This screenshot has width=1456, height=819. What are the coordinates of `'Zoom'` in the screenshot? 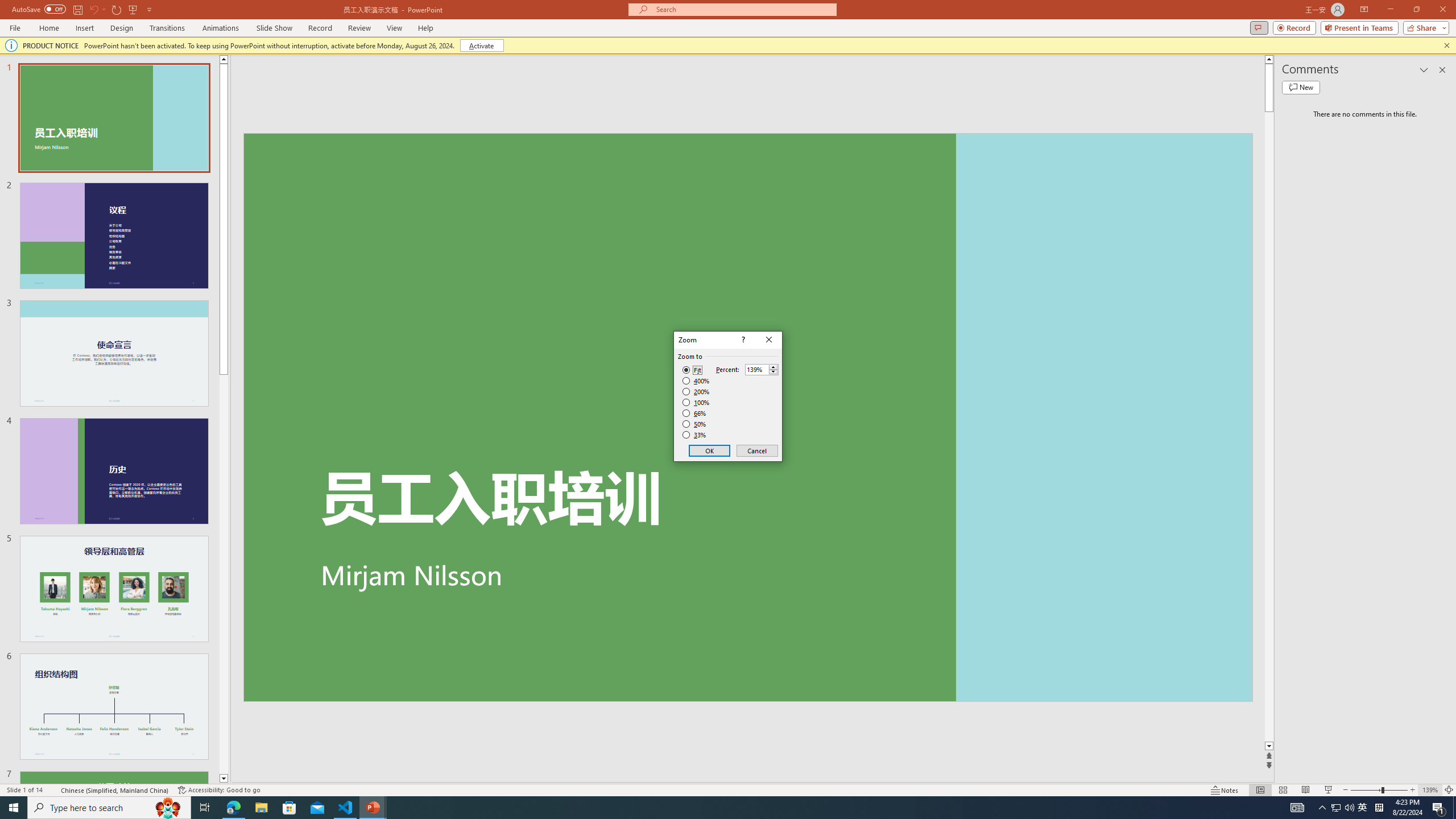 It's located at (1379, 790).